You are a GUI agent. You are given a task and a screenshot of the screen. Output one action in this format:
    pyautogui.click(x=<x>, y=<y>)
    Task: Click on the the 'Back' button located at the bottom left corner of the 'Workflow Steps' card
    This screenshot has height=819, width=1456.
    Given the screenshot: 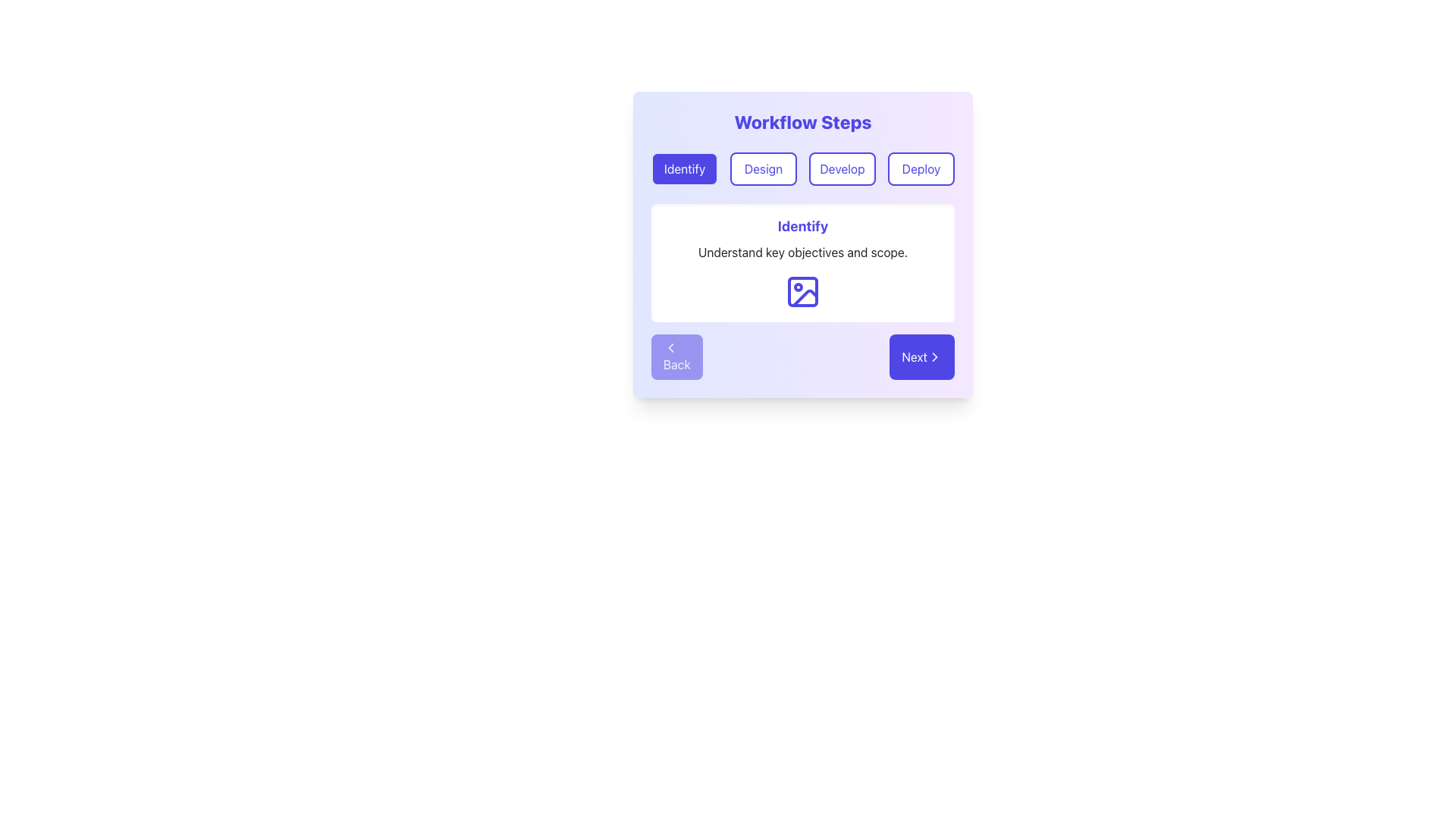 What is the action you would take?
    pyautogui.click(x=676, y=356)
    